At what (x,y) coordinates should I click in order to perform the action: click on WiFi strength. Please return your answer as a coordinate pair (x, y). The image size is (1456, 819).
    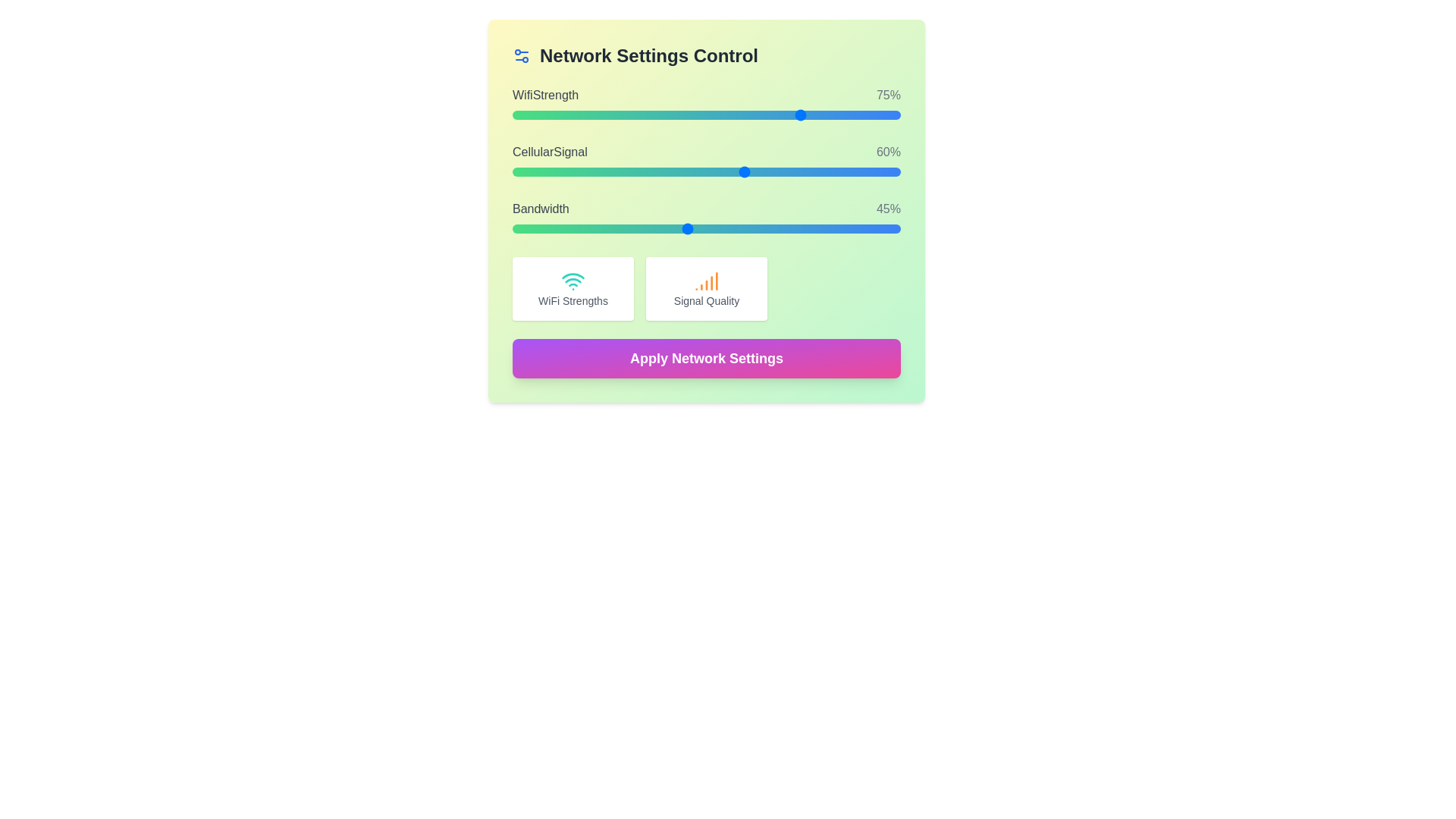
    Looking at the image, I should click on (539, 114).